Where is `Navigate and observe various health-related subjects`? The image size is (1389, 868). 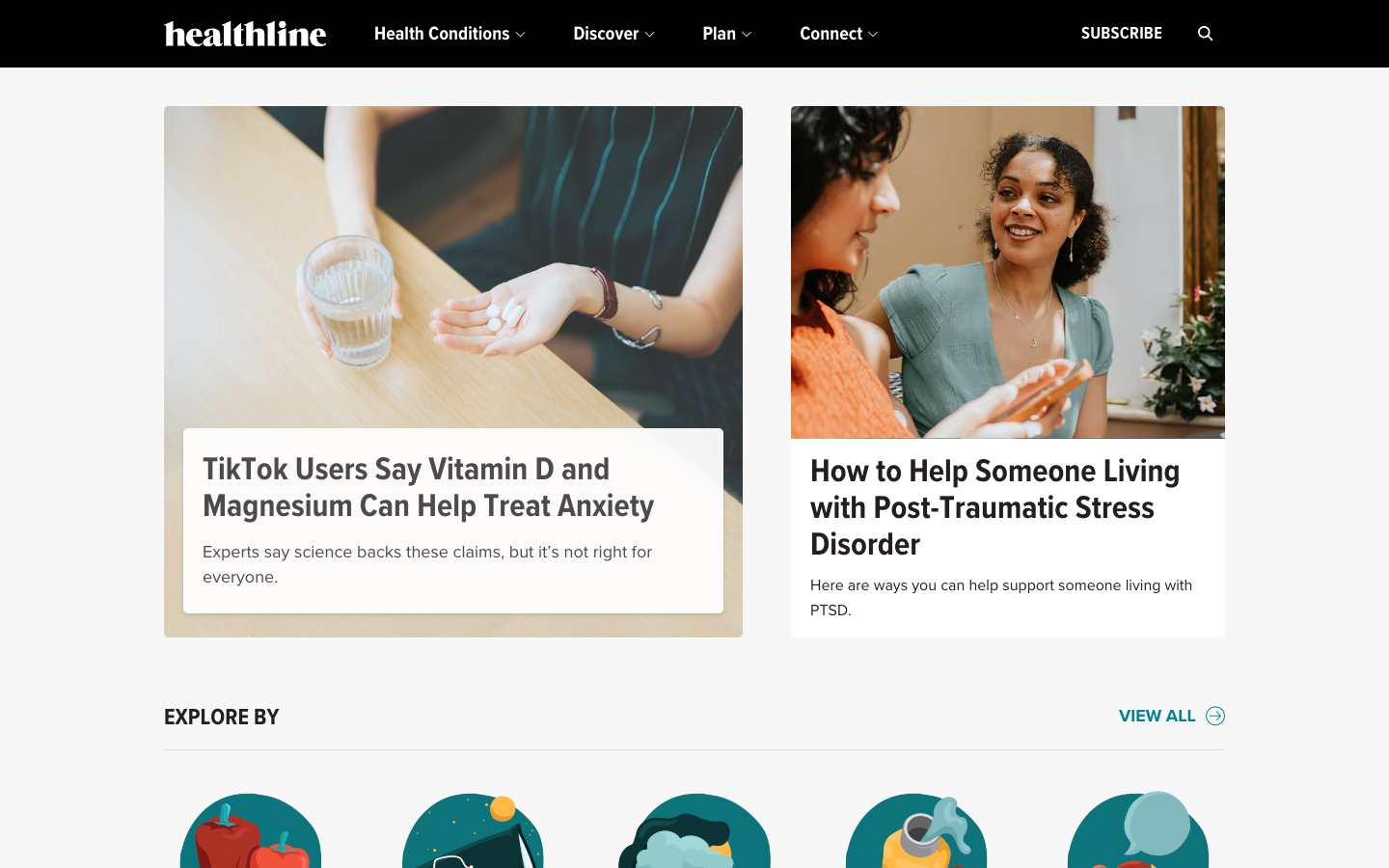
Navigate and observe various health-related subjects is located at coordinates (1171, 717).